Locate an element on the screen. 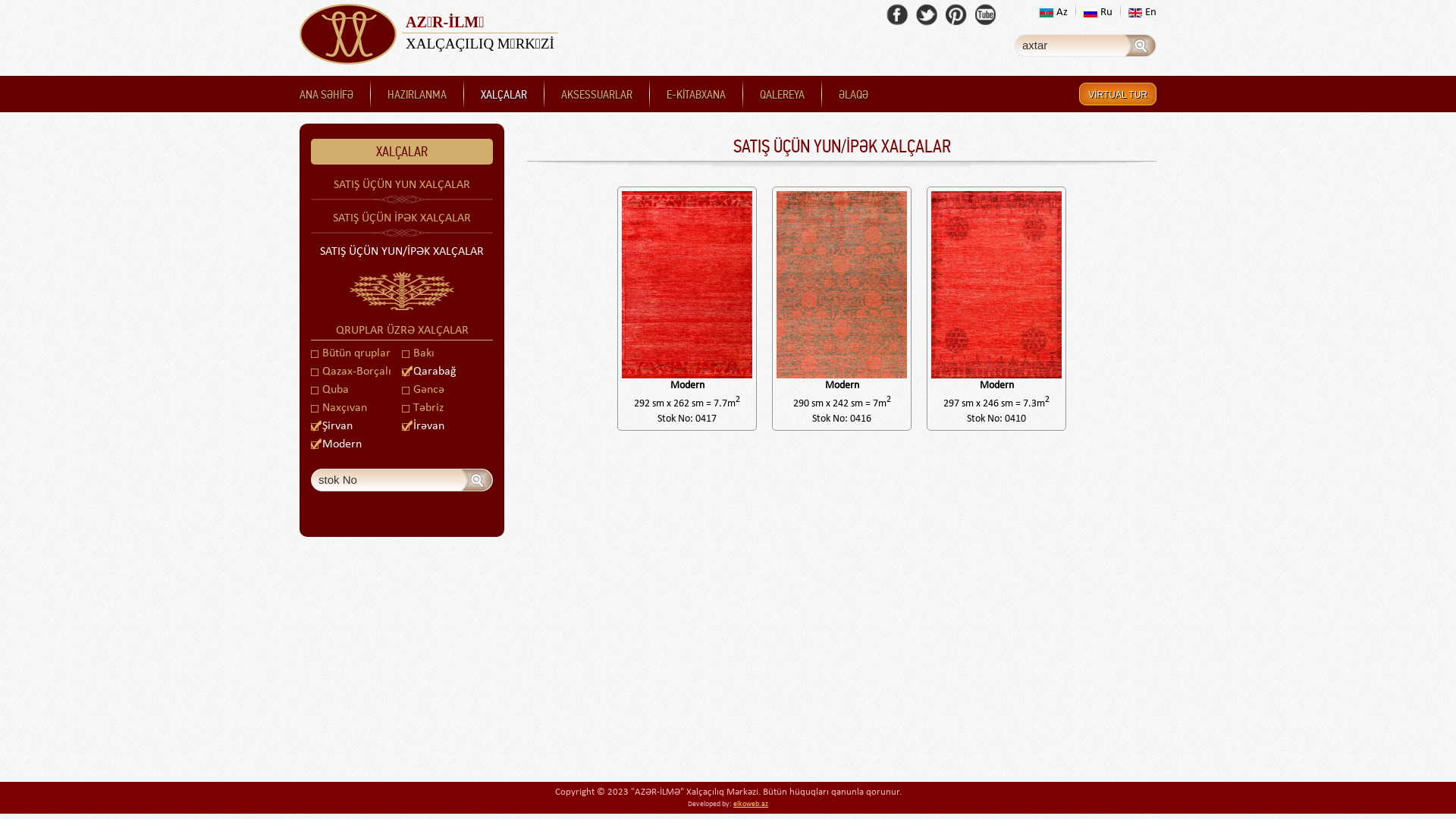 This screenshot has height=819, width=1456. 'Facebook' is located at coordinates (897, 14).